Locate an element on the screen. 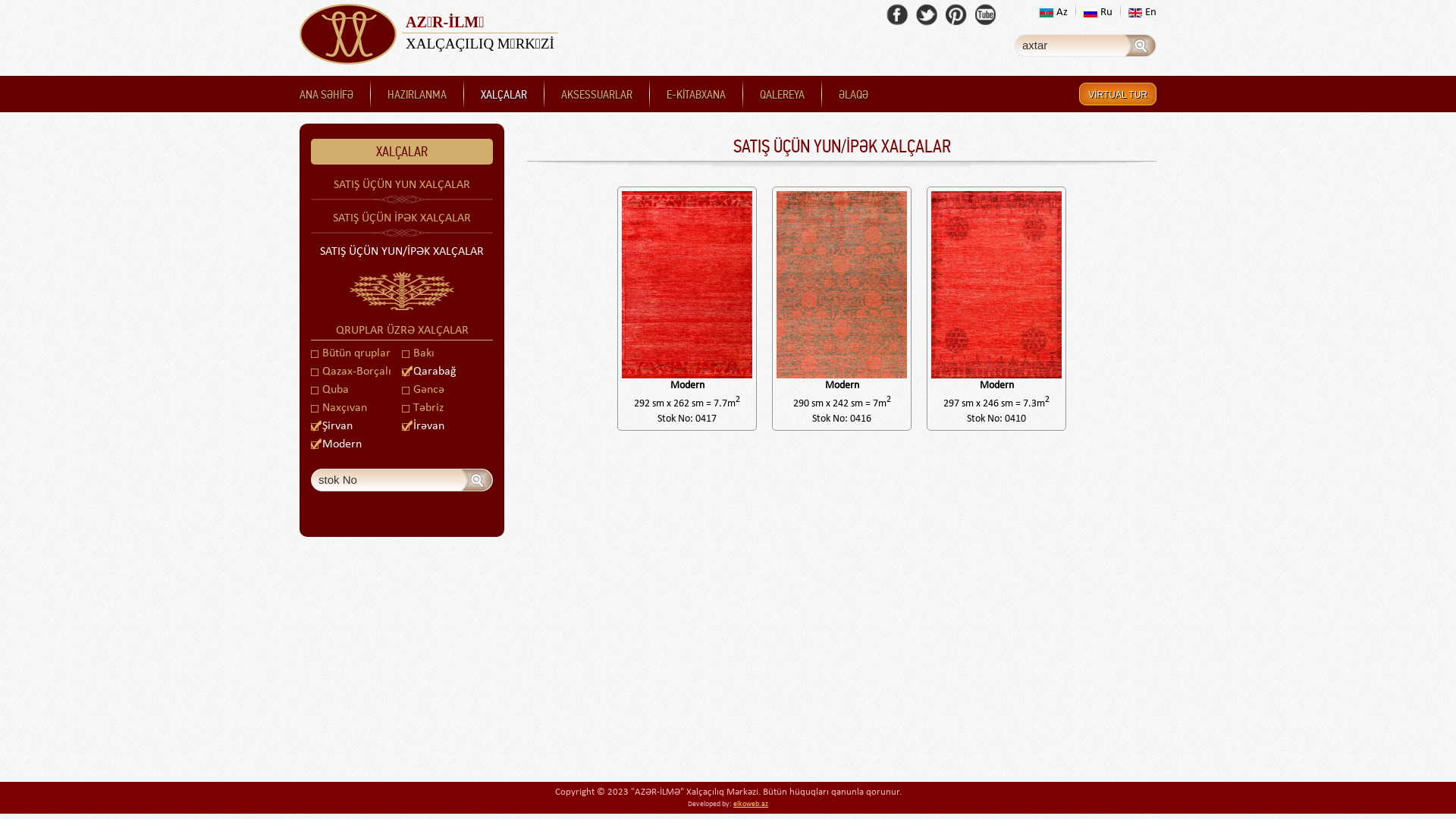 This screenshot has height=819, width=1456. 'Facebook' is located at coordinates (897, 14).